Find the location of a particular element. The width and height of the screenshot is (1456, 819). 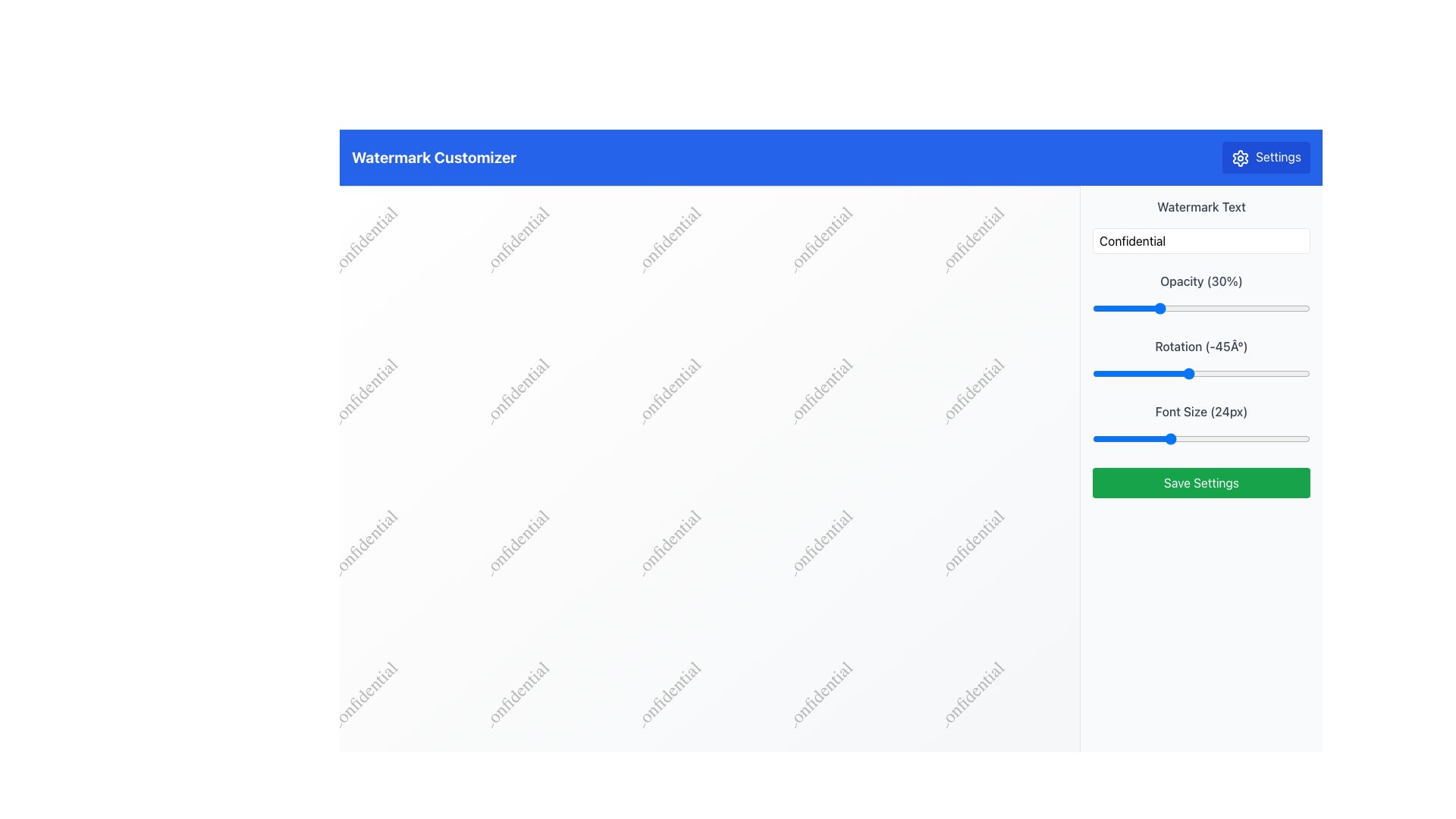

the blue 'Settings' button with a white gear icon is located at coordinates (1266, 157).